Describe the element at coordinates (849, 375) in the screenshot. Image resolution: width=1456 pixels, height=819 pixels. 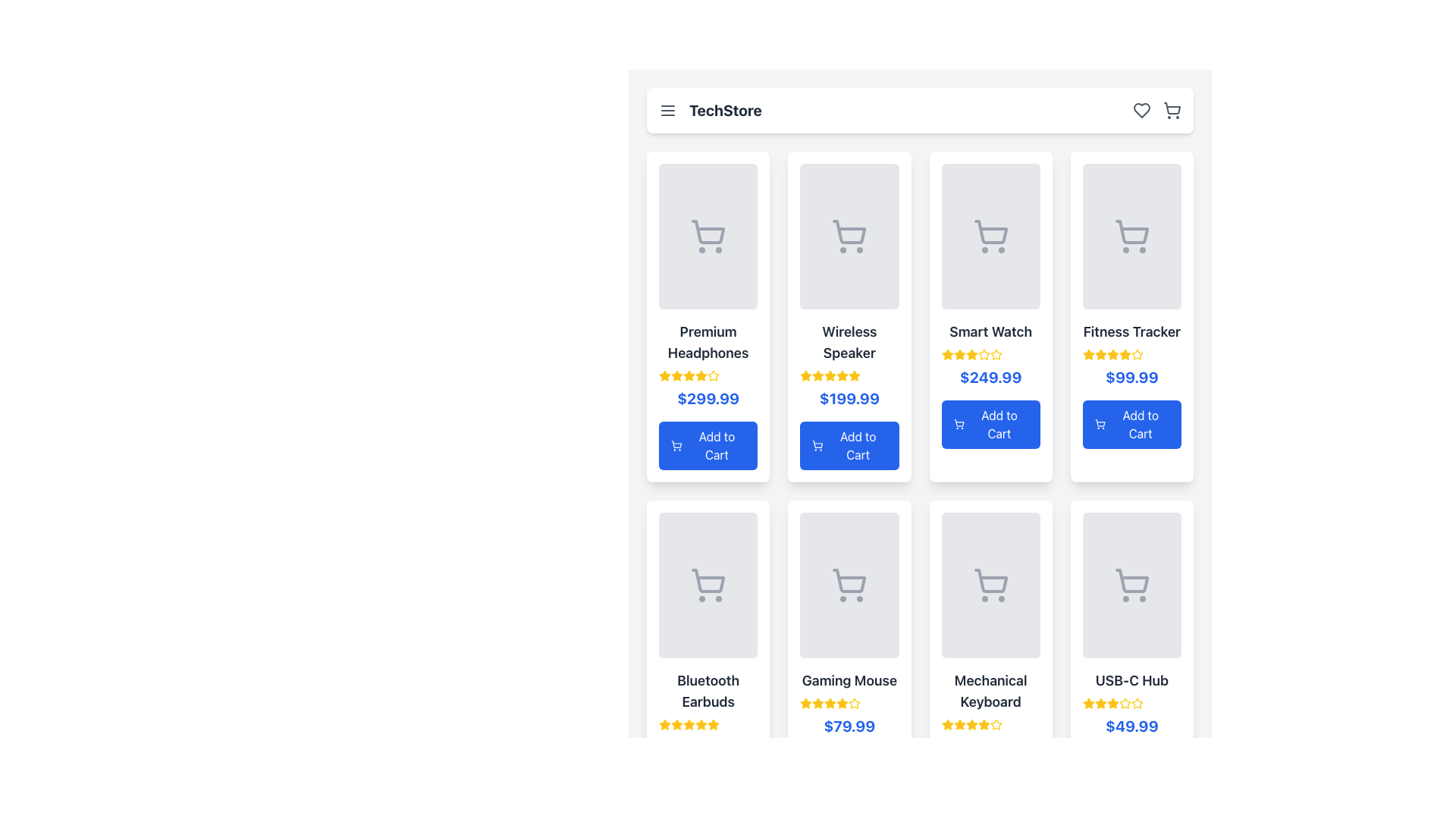
I see `the rating display for the 'Wireless Speaker' product, which consists of five star icons, three fully filled and one partially filled, indicating a 3.5-star rating` at that location.